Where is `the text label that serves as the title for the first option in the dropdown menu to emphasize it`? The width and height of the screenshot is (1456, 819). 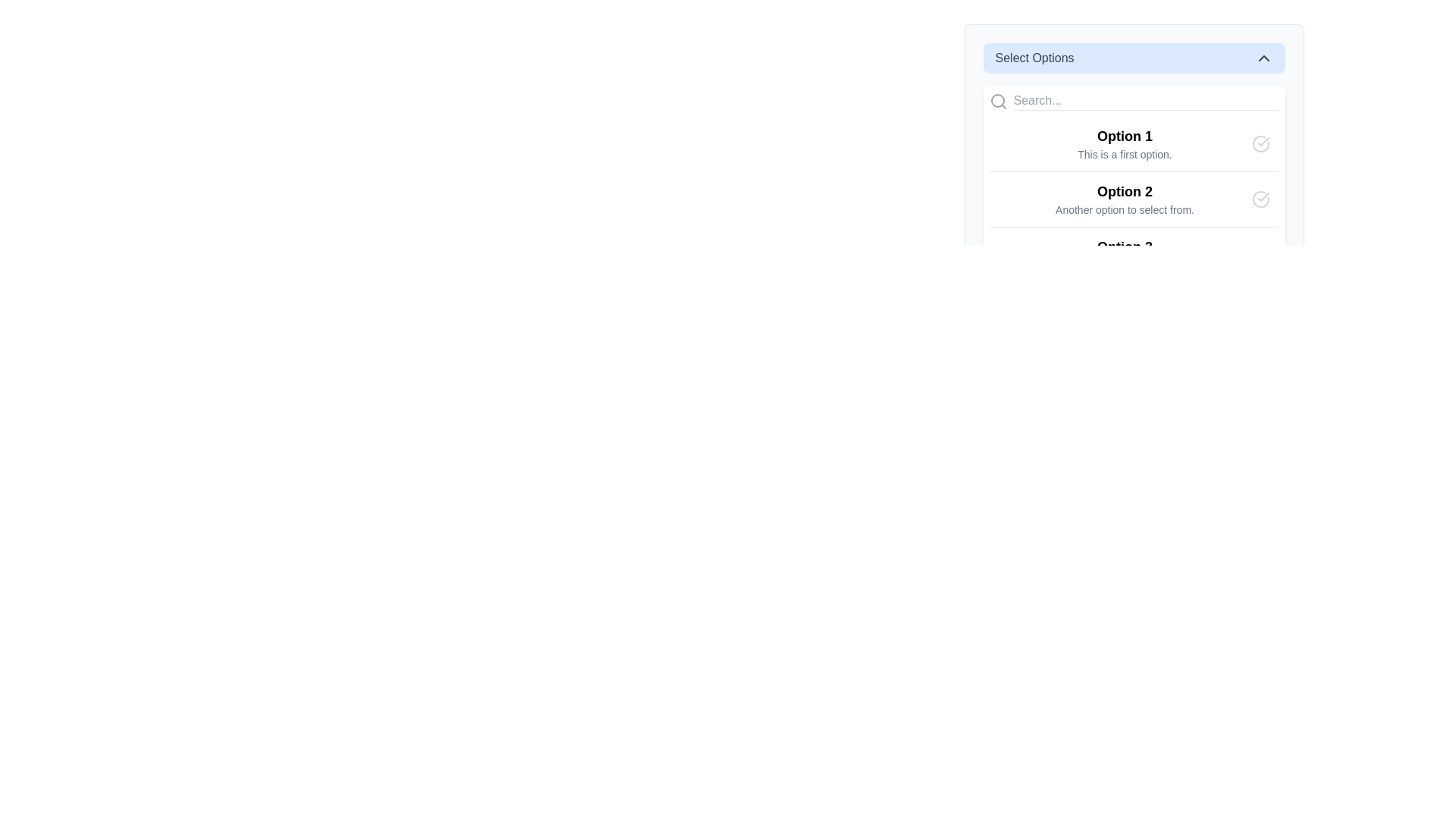 the text label that serves as the title for the first option in the dropdown menu to emphasize it is located at coordinates (1125, 136).